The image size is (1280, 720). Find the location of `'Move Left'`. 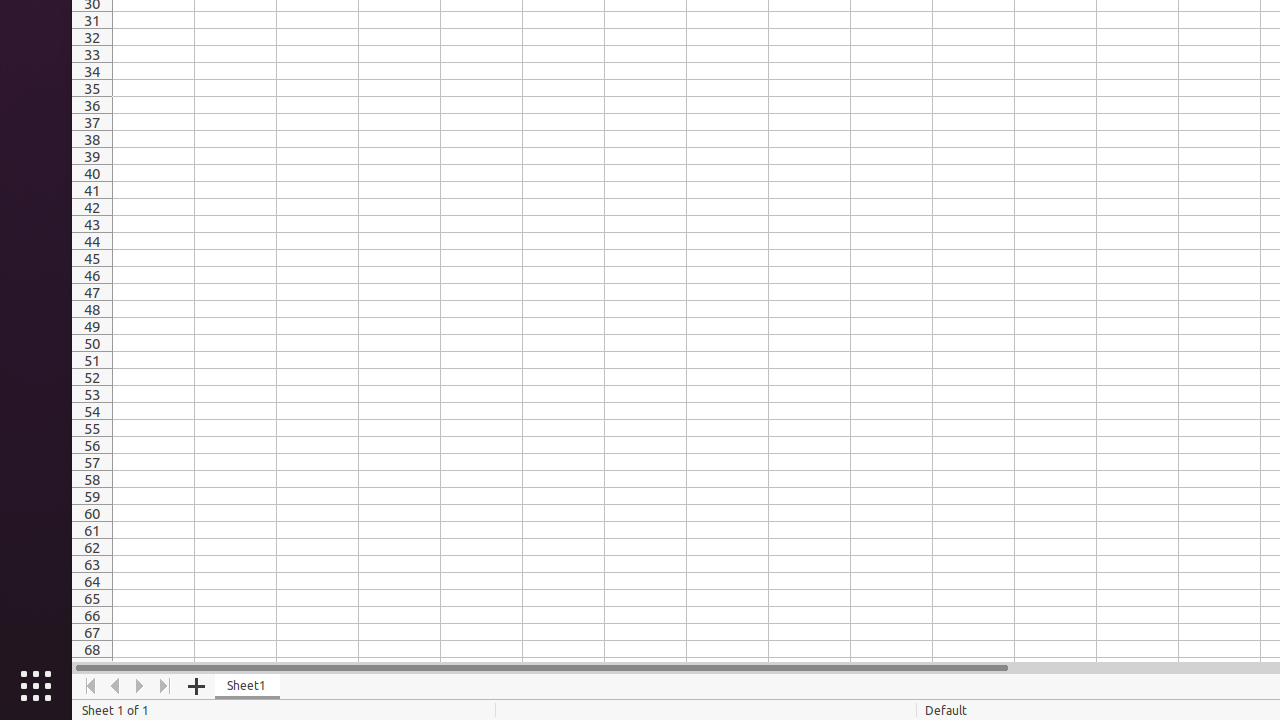

'Move Left' is located at coordinates (114, 685).